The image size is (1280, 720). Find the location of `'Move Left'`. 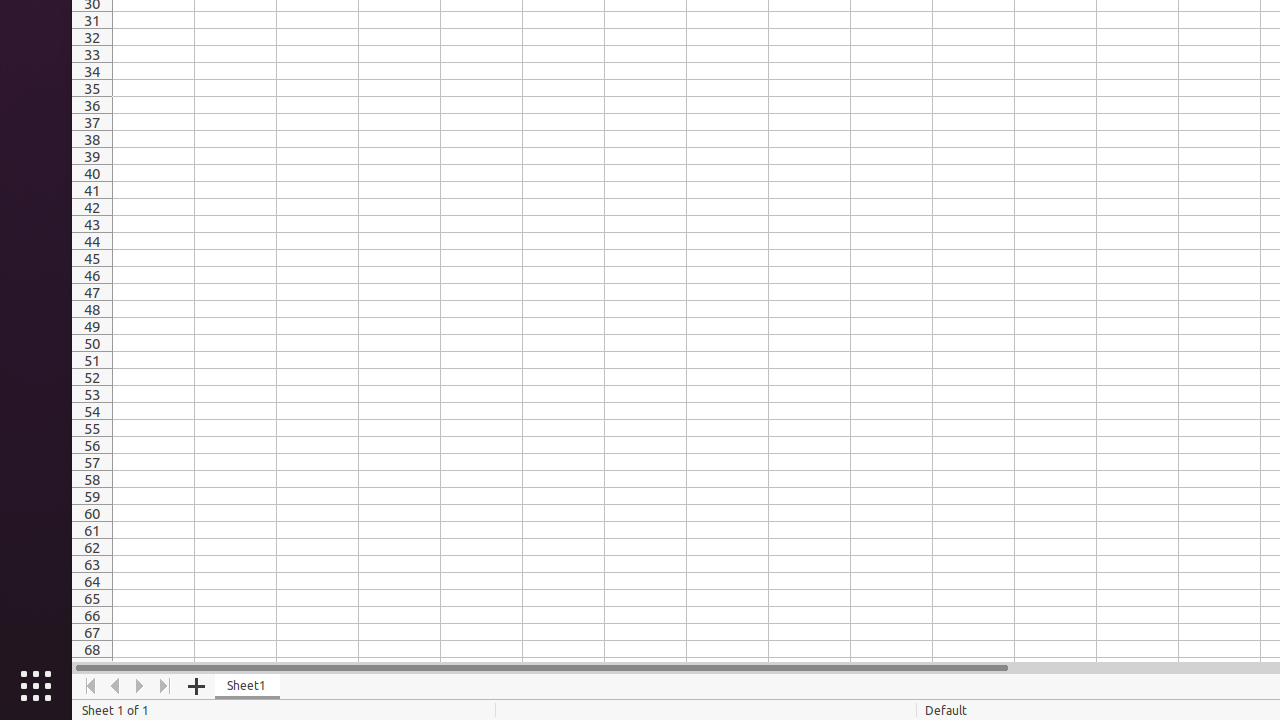

'Move Left' is located at coordinates (114, 685).